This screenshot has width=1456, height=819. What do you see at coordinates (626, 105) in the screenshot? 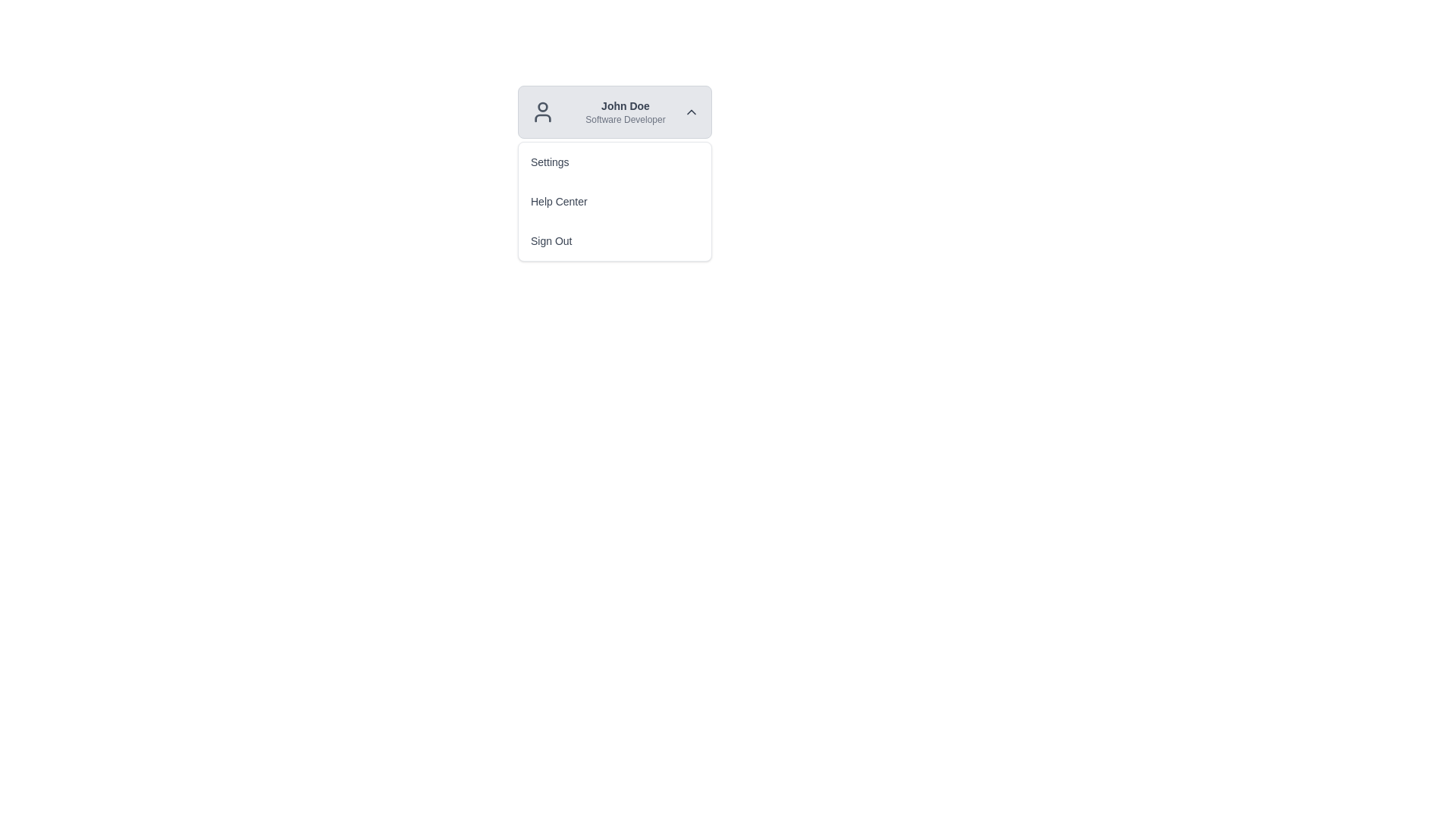
I see `text 'John Doe' displayed in a bold font above the text 'Software Developer' in the light gray background section` at bounding box center [626, 105].